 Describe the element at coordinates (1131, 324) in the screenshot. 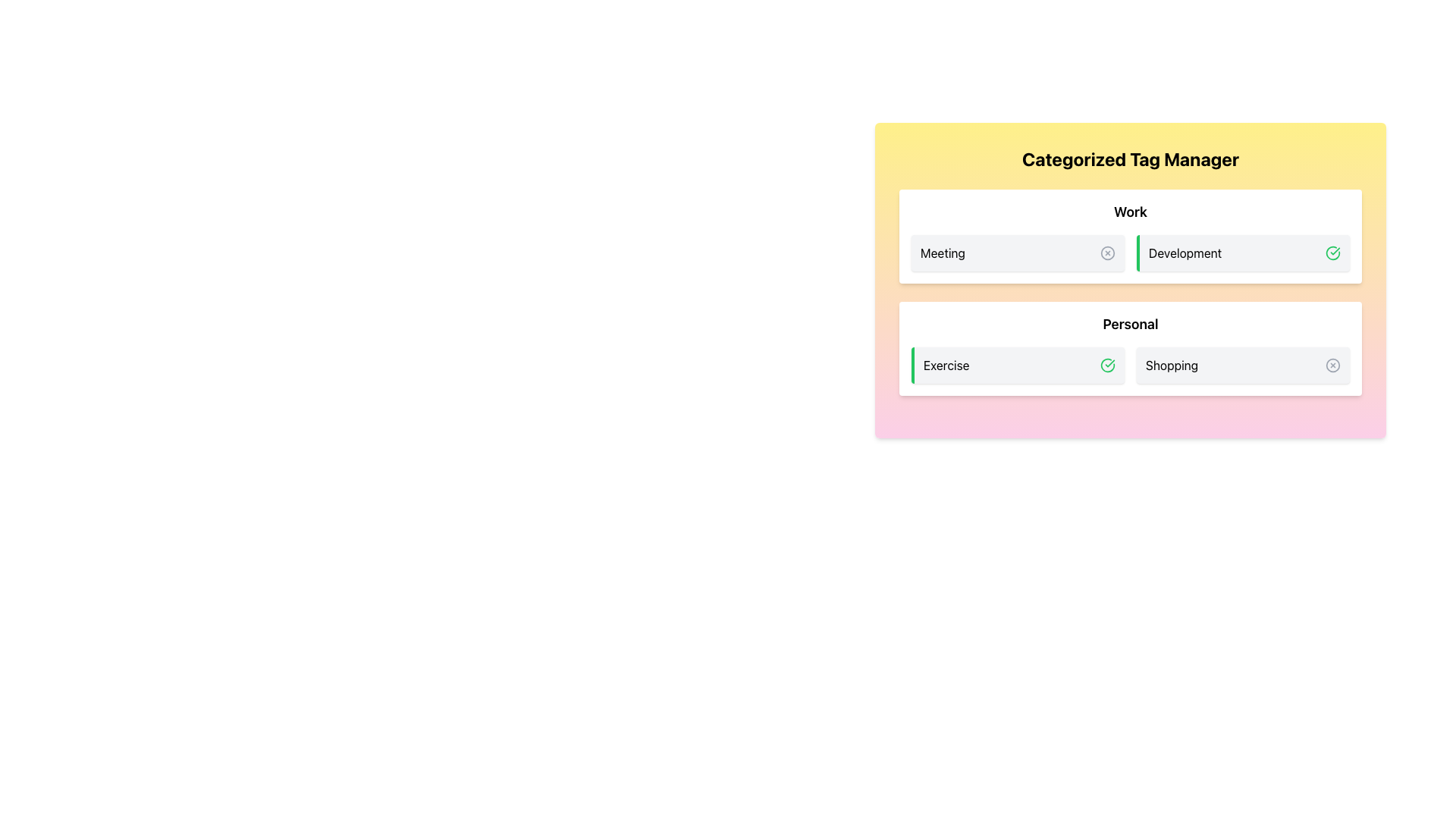

I see `the Text Label that serves as the heading for the 'Personal' category, located centrally between the 'Exercise' and 'Shopping' sections` at that location.